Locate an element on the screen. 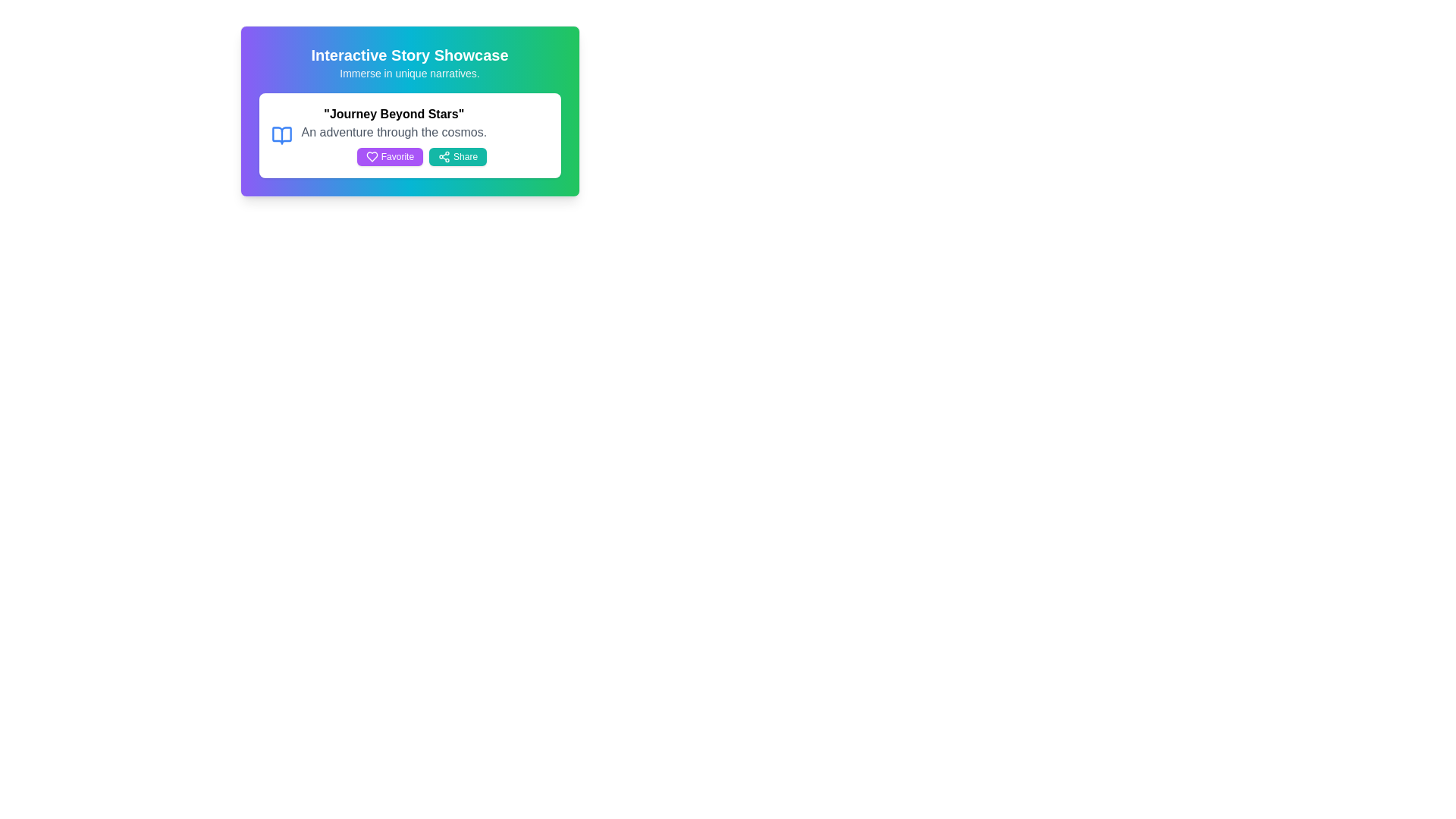 This screenshot has width=1456, height=819. the heart-shaped icon located within the 'Interactive Story Showcase' to interact with it is located at coordinates (372, 157).